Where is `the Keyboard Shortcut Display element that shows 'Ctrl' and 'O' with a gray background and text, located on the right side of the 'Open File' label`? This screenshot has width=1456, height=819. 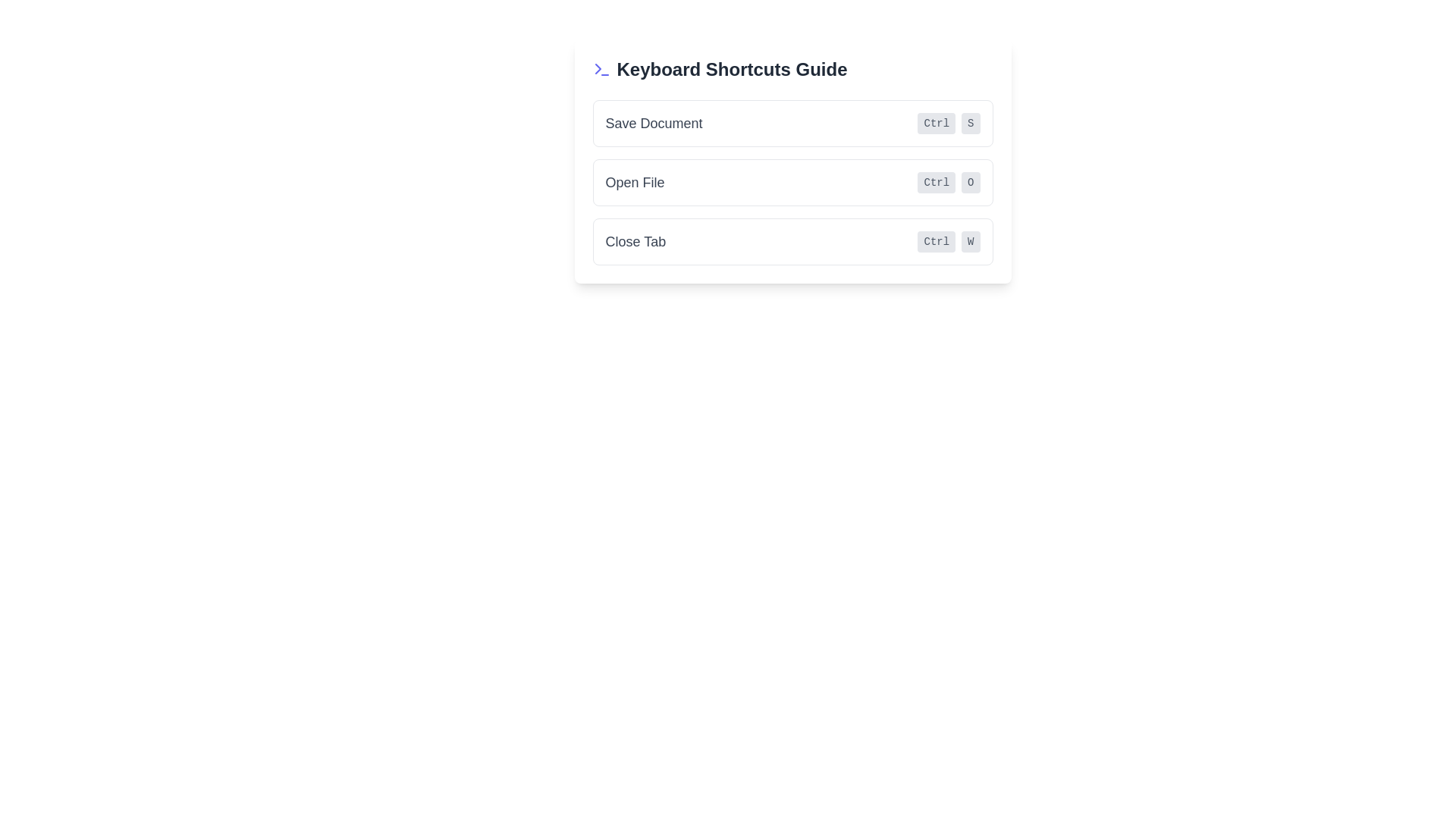
the Keyboard Shortcut Display element that shows 'Ctrl' and 'O' with a gray background and text, located on the right side of the 'Open File' label is located at coordinates (948, 181).